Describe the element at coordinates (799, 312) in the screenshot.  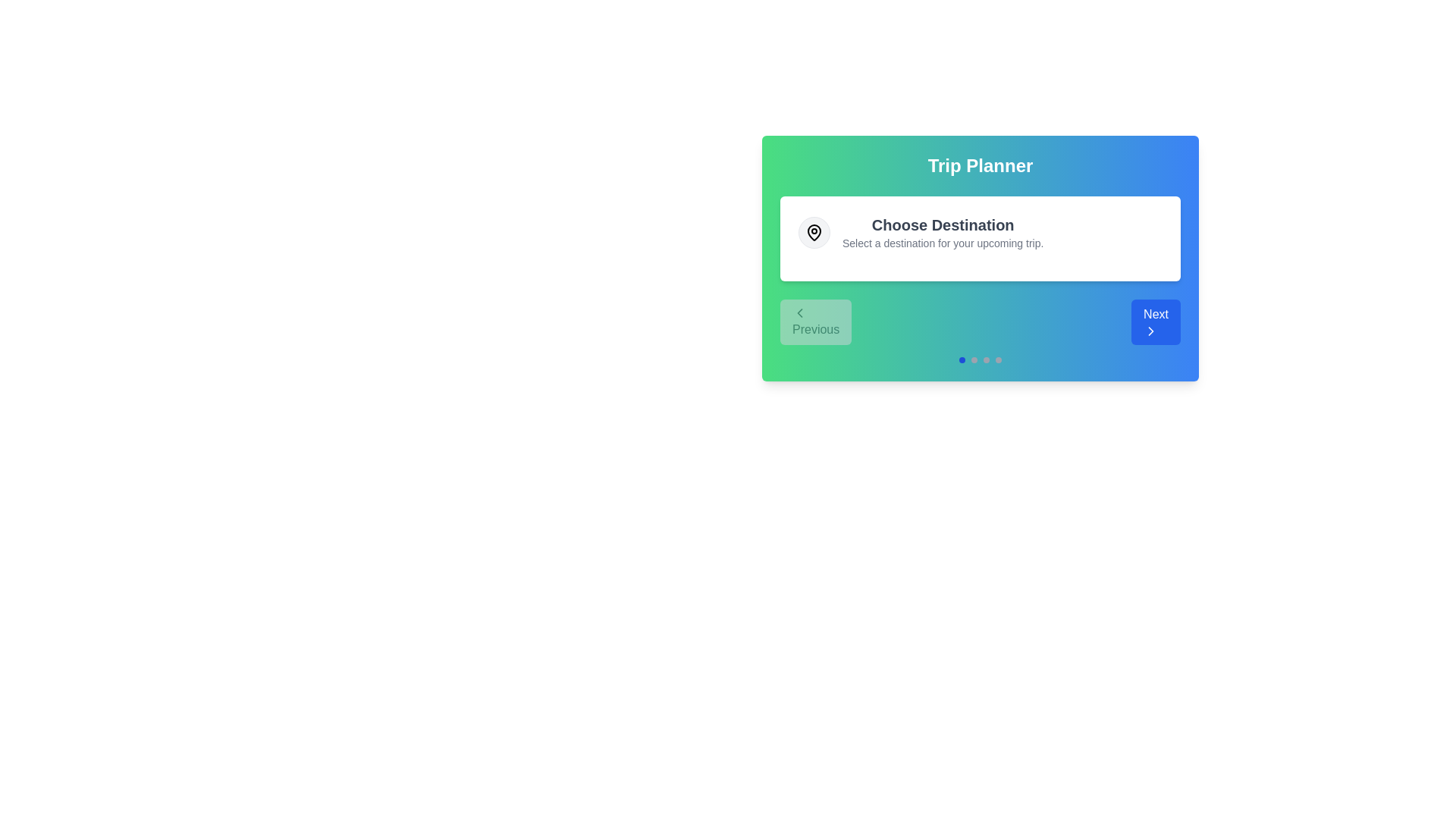
I see `the 'Previous' button which is located in the lower-left corner of the main interface panel, containing the SVG indicator for navigation` at that location.